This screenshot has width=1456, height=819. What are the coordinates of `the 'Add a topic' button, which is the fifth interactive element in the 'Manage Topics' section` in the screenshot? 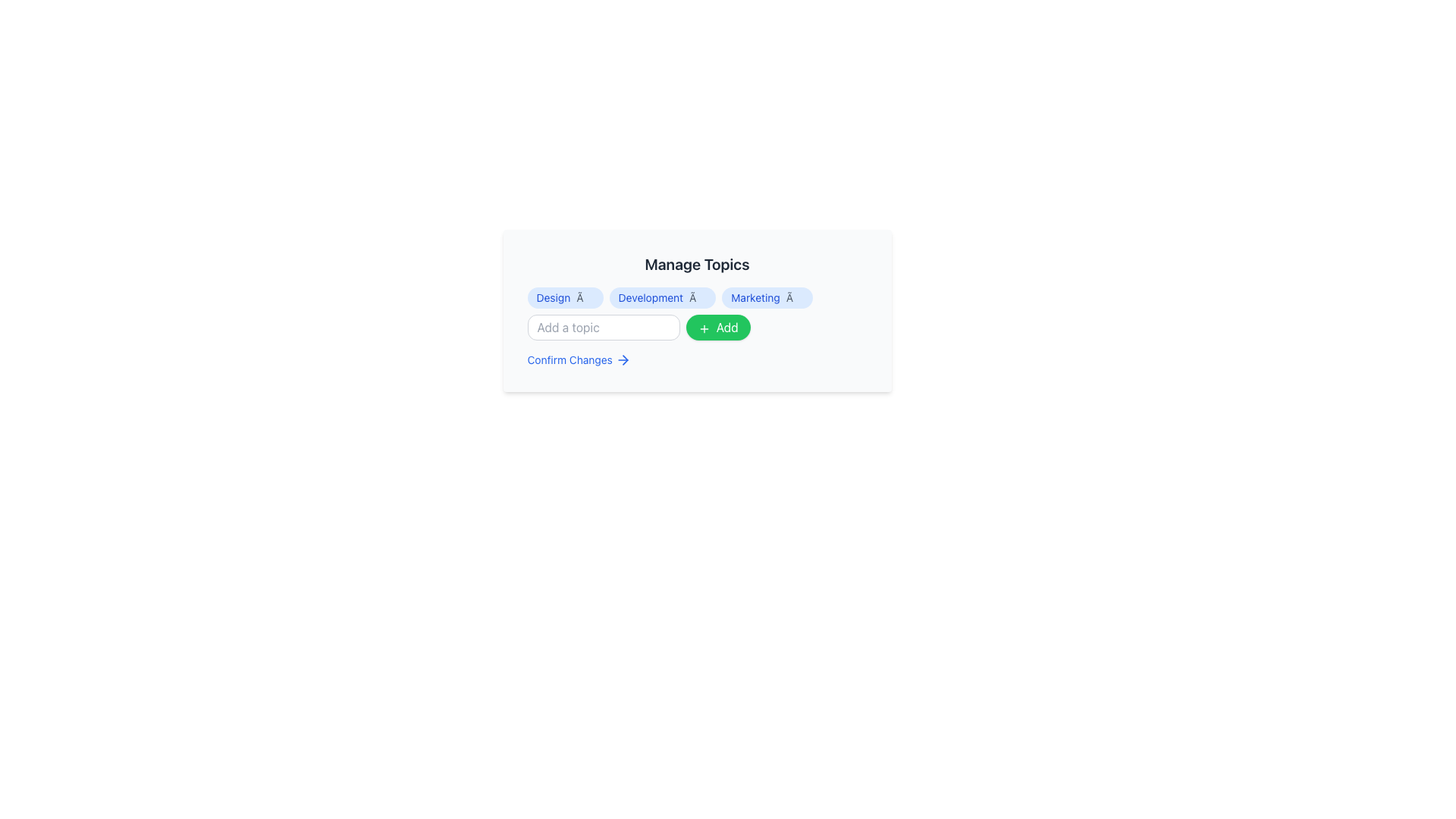 It's located at (717, 327).